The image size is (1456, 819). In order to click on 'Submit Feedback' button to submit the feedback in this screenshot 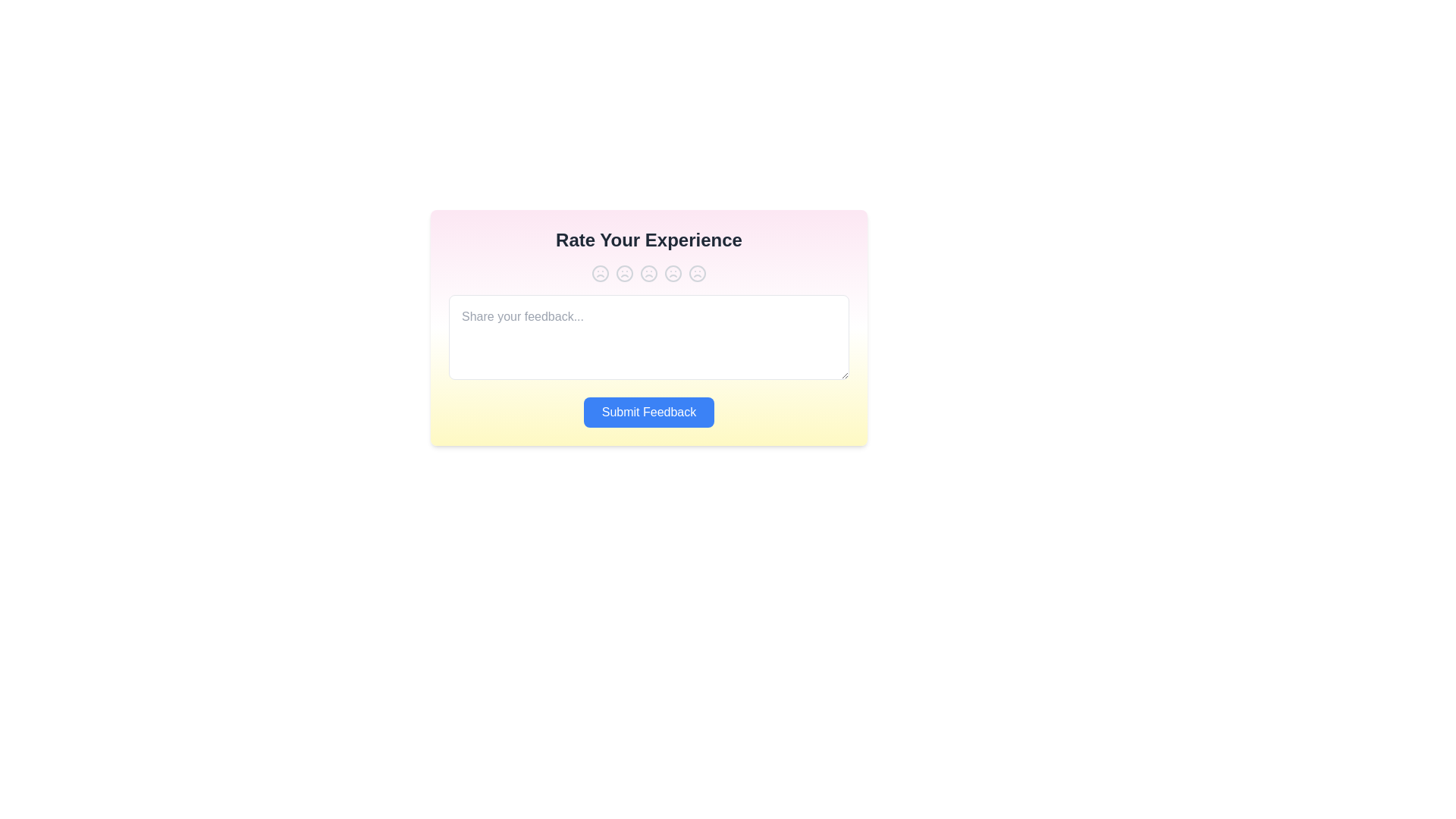, I will do `click(648, 412)`.